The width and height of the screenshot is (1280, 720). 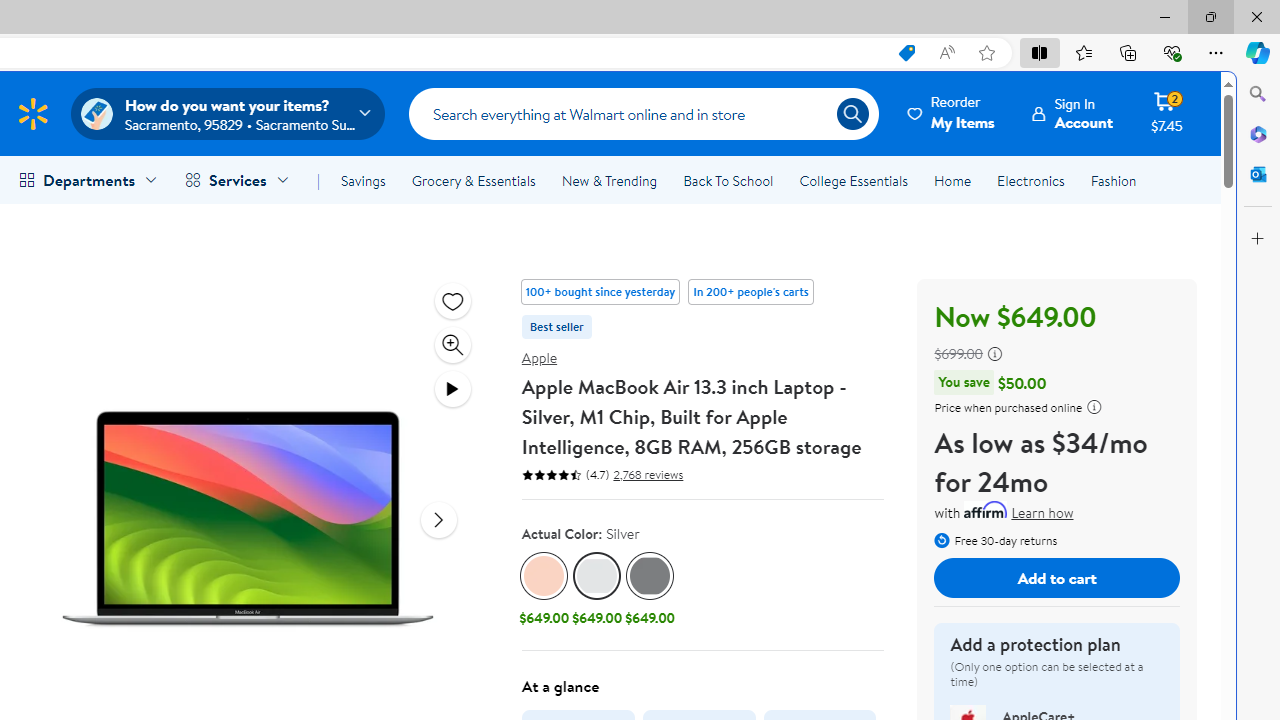 What do you see at coordinates (951, 113) in the screenshot?
I see `'Reorder My Items'` at bounding box center [951, 113].